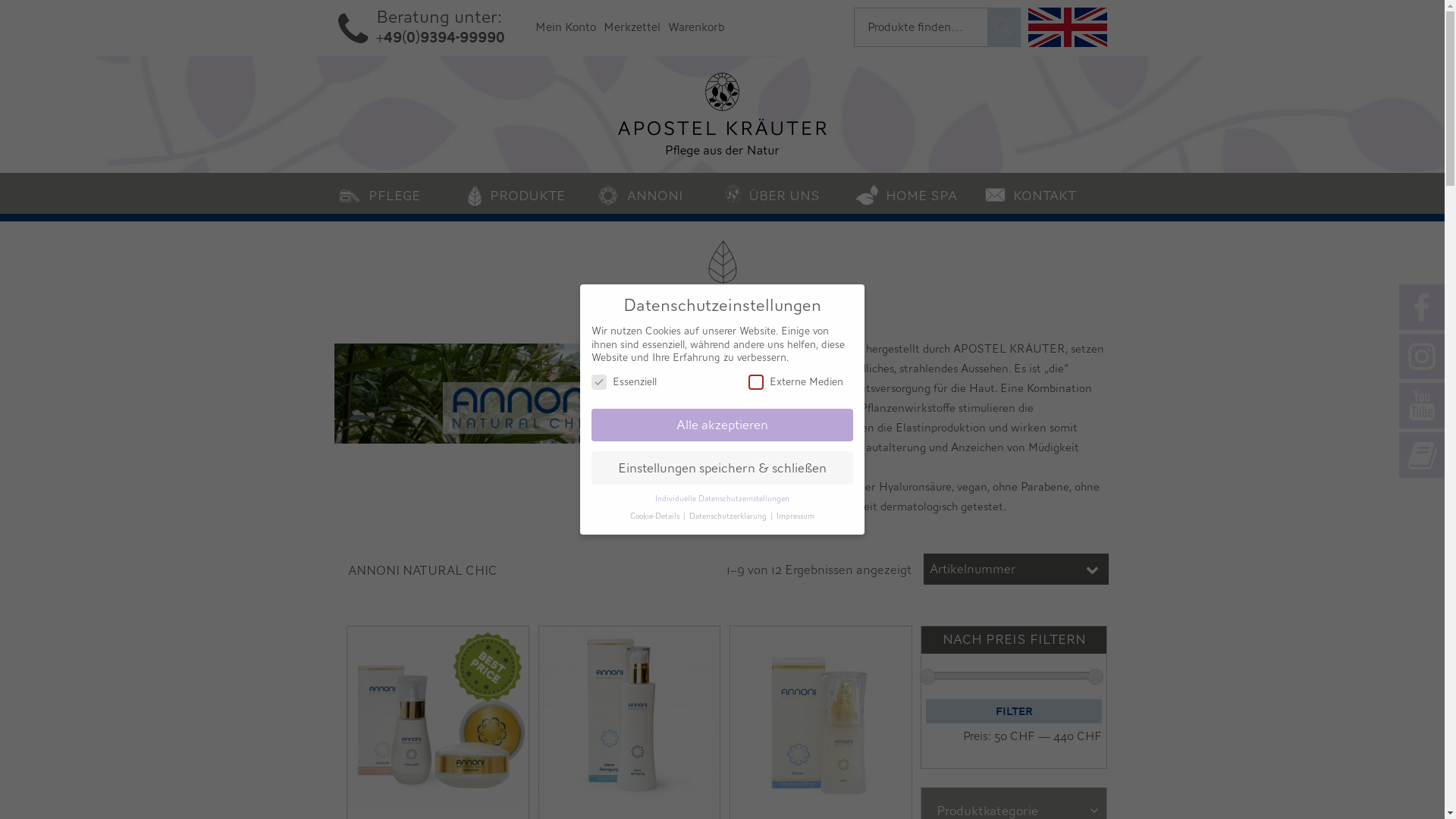  Describe the element at coordinates (632, 27) in the screenshot. I see `'Merkzettel'` at that location.